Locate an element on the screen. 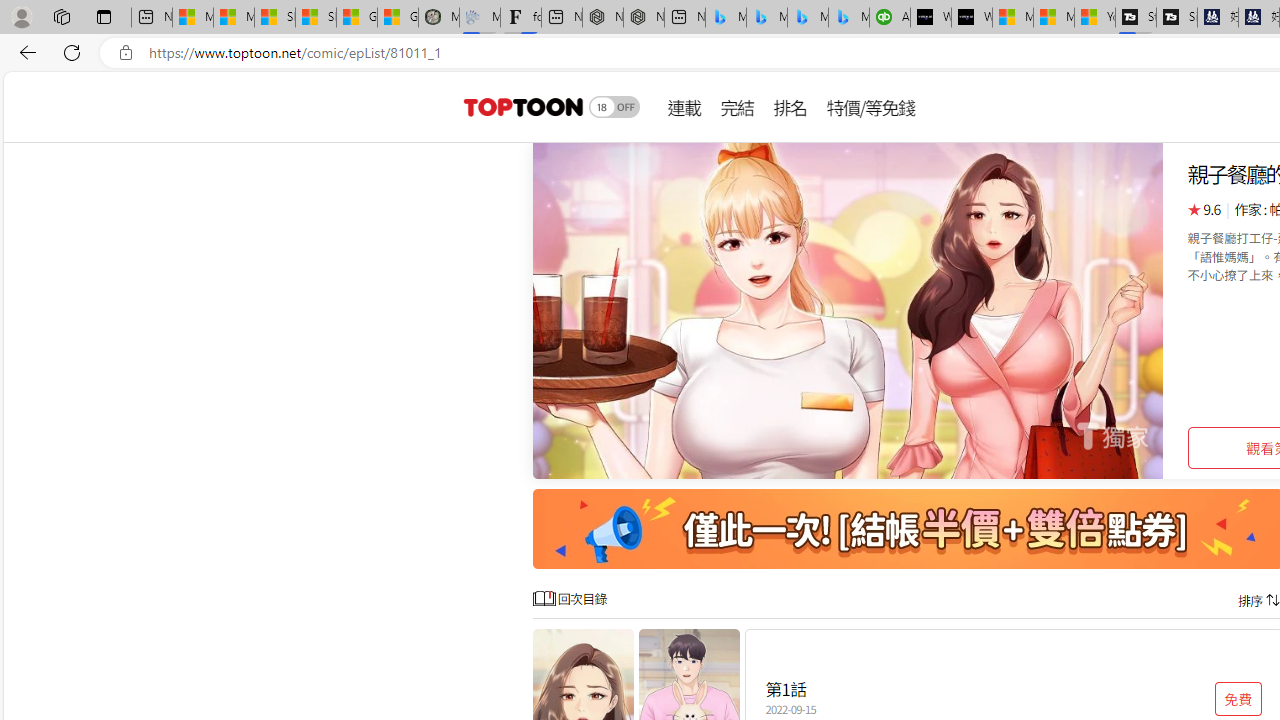 The height and width of the screenshot is (720, 1280). 'What' is located at coordinates (972, 17).